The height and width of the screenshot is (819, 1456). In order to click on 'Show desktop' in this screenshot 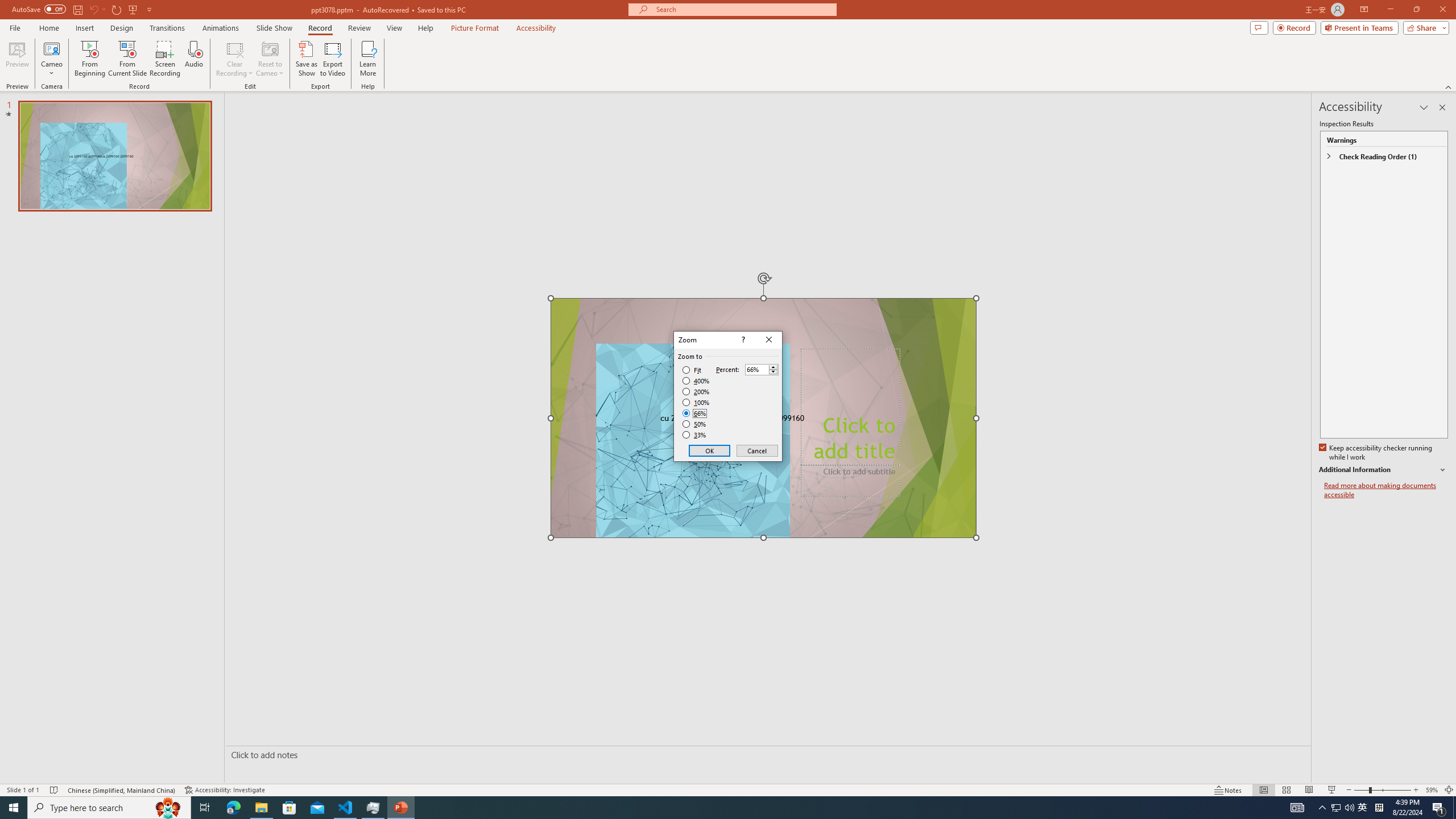, I will do `click(1454, 806)`.